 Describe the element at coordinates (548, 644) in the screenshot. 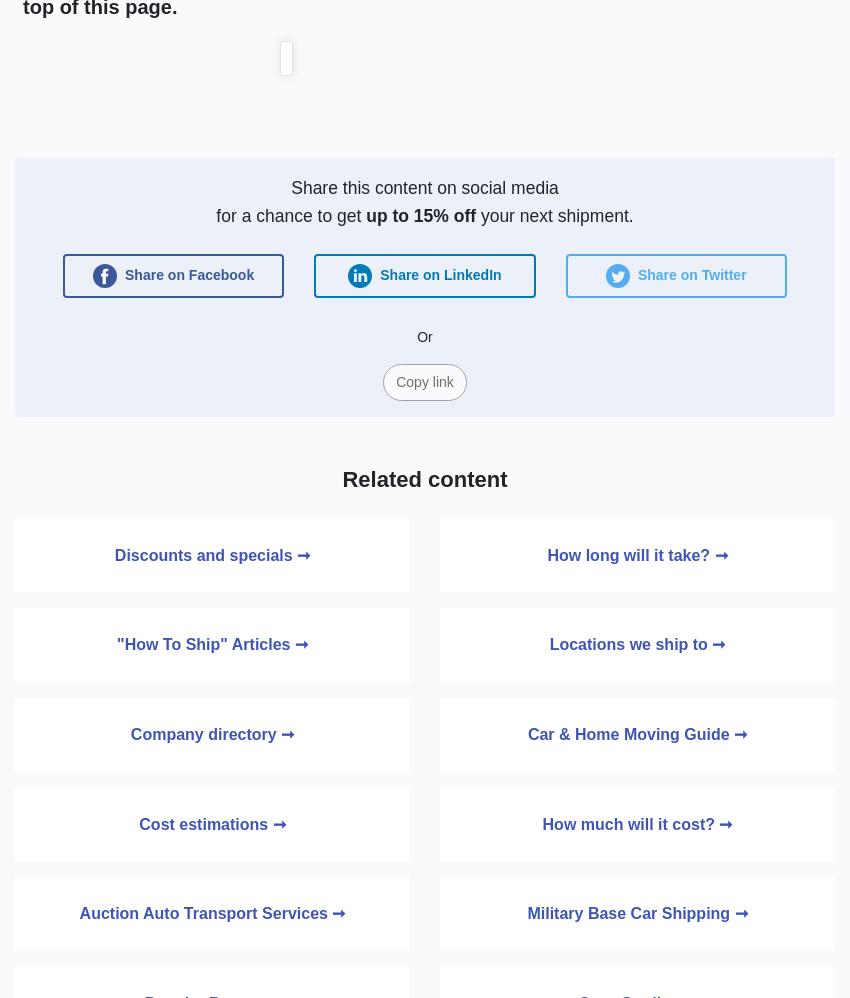

I see `'Locations we ship to ➞'` at that location.